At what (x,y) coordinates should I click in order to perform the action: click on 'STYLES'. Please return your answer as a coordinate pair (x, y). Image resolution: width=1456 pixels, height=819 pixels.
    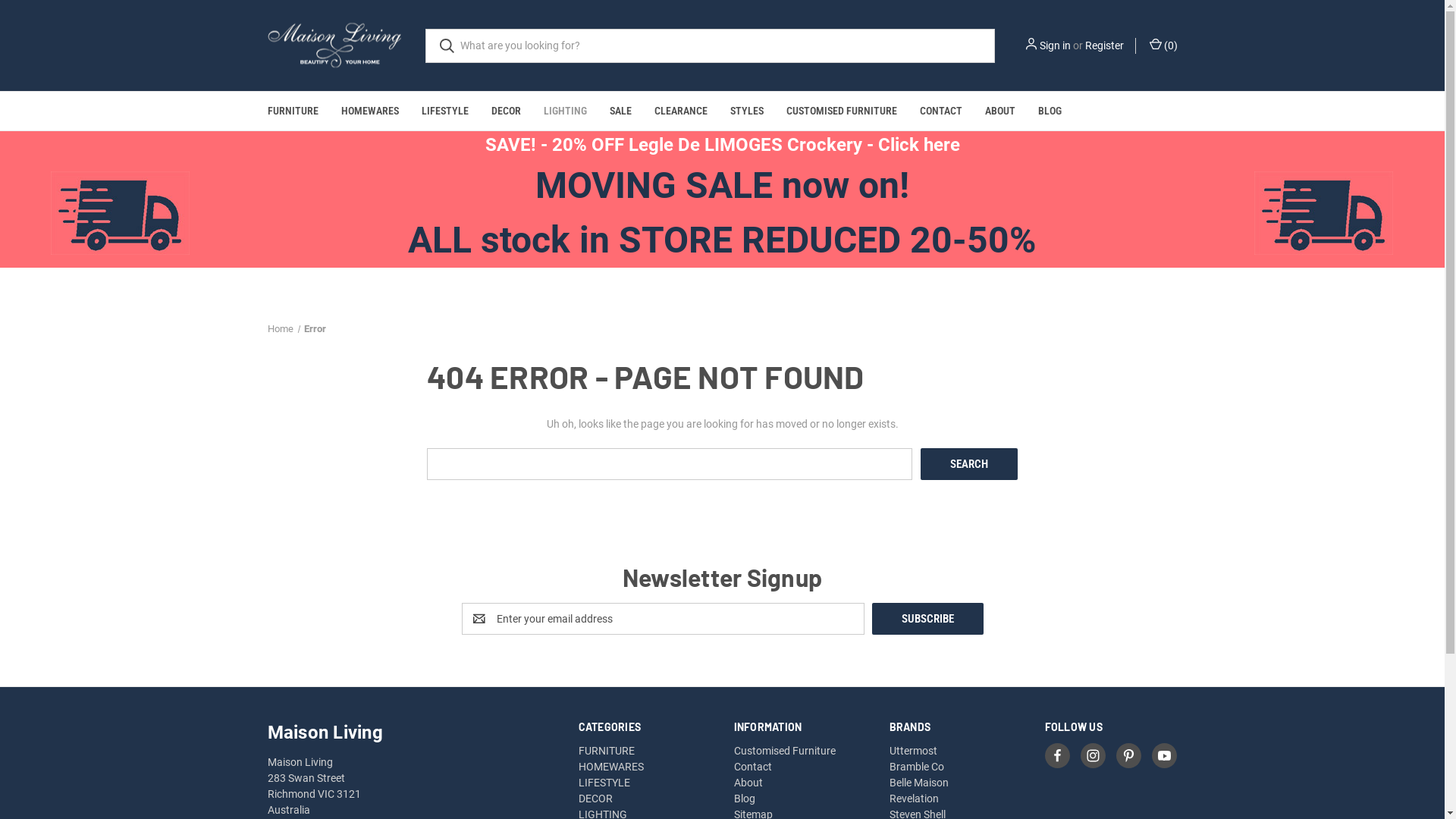
    Looking at the image, I should click on (718, 110).